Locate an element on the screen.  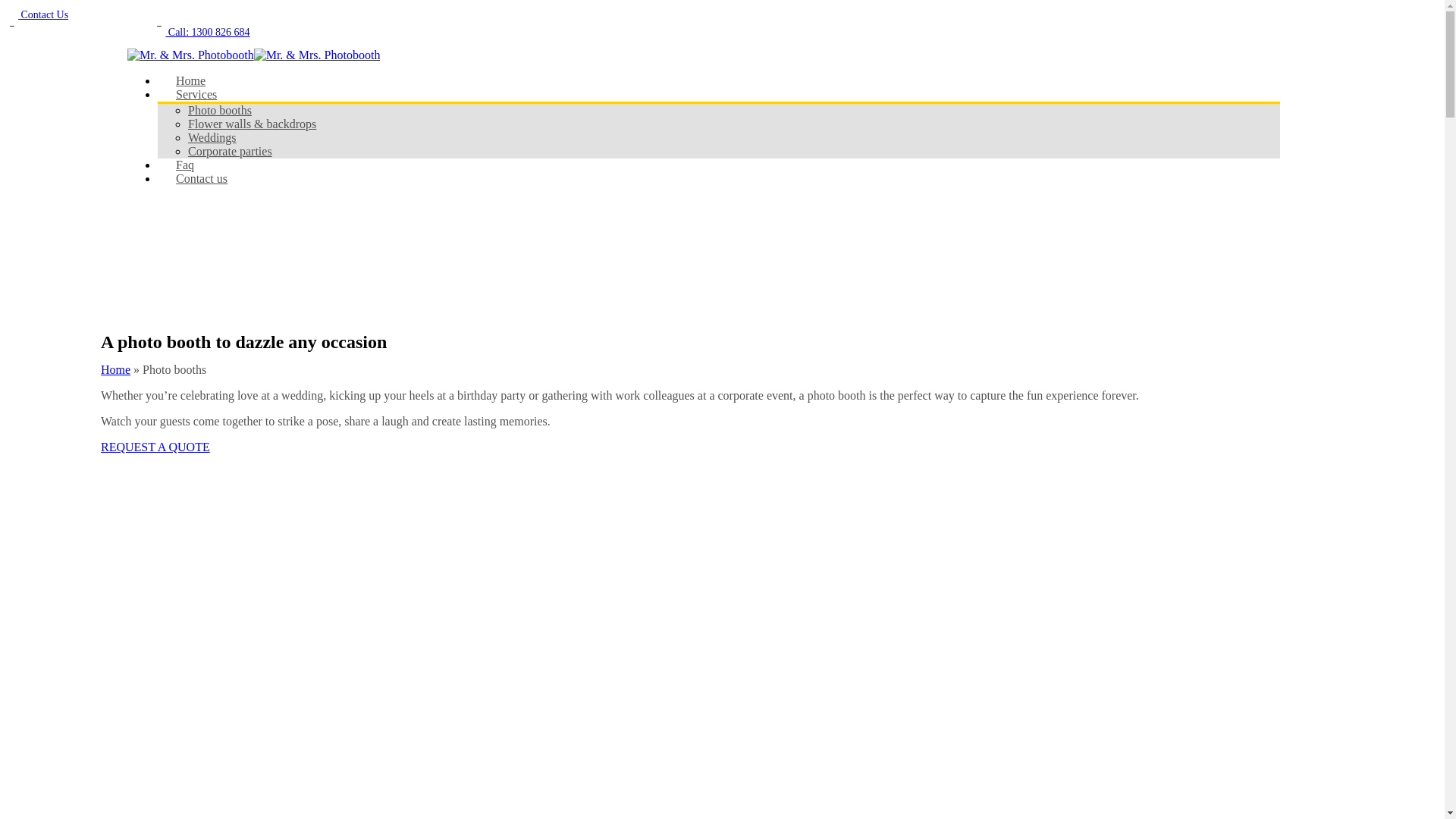
'Contact us' is located at coordinates (200, 177).